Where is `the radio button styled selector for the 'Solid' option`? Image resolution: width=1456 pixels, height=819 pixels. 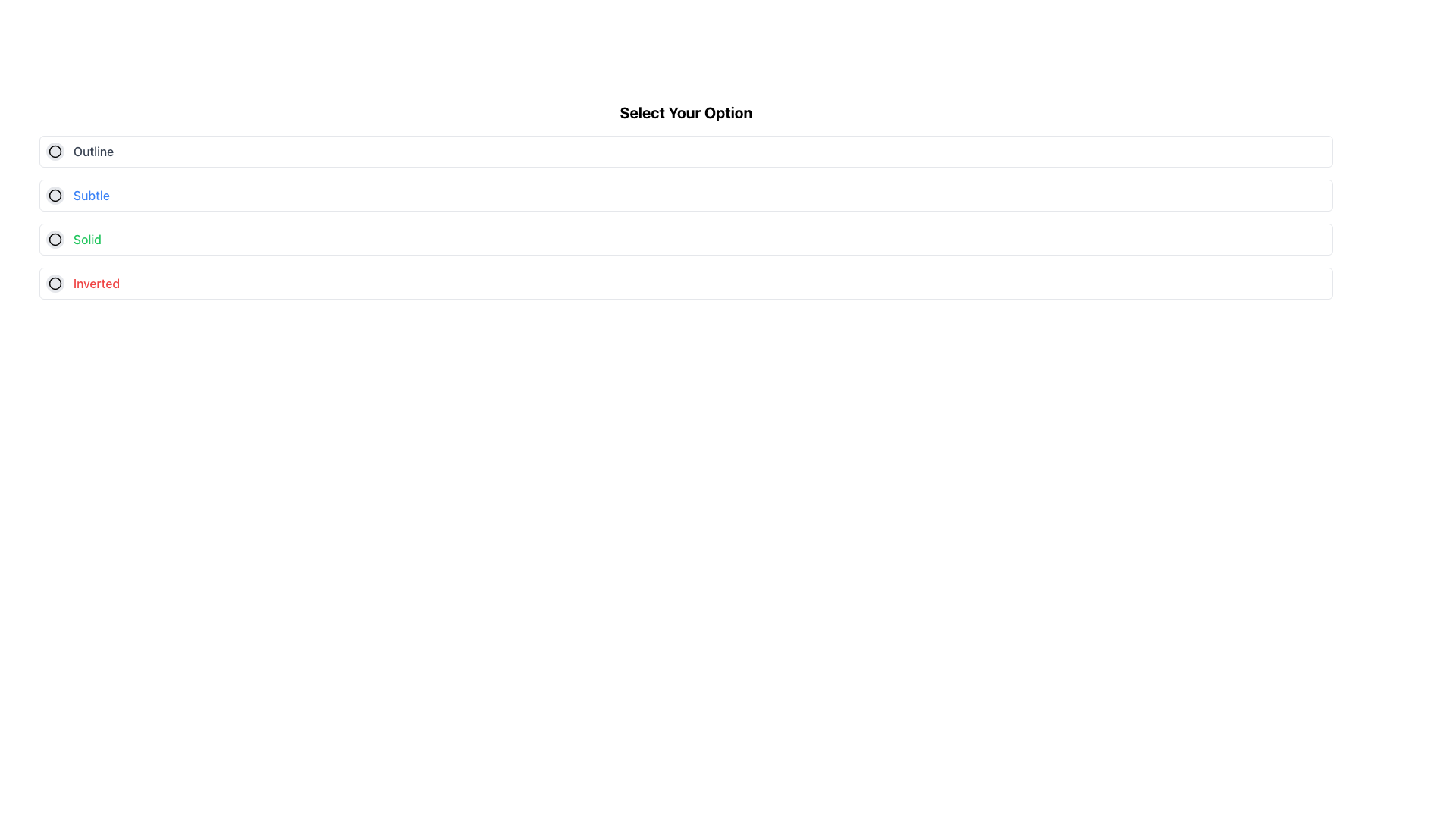 the radio button styled selector for the 'Solid' option is located at coordinates (55, 239).